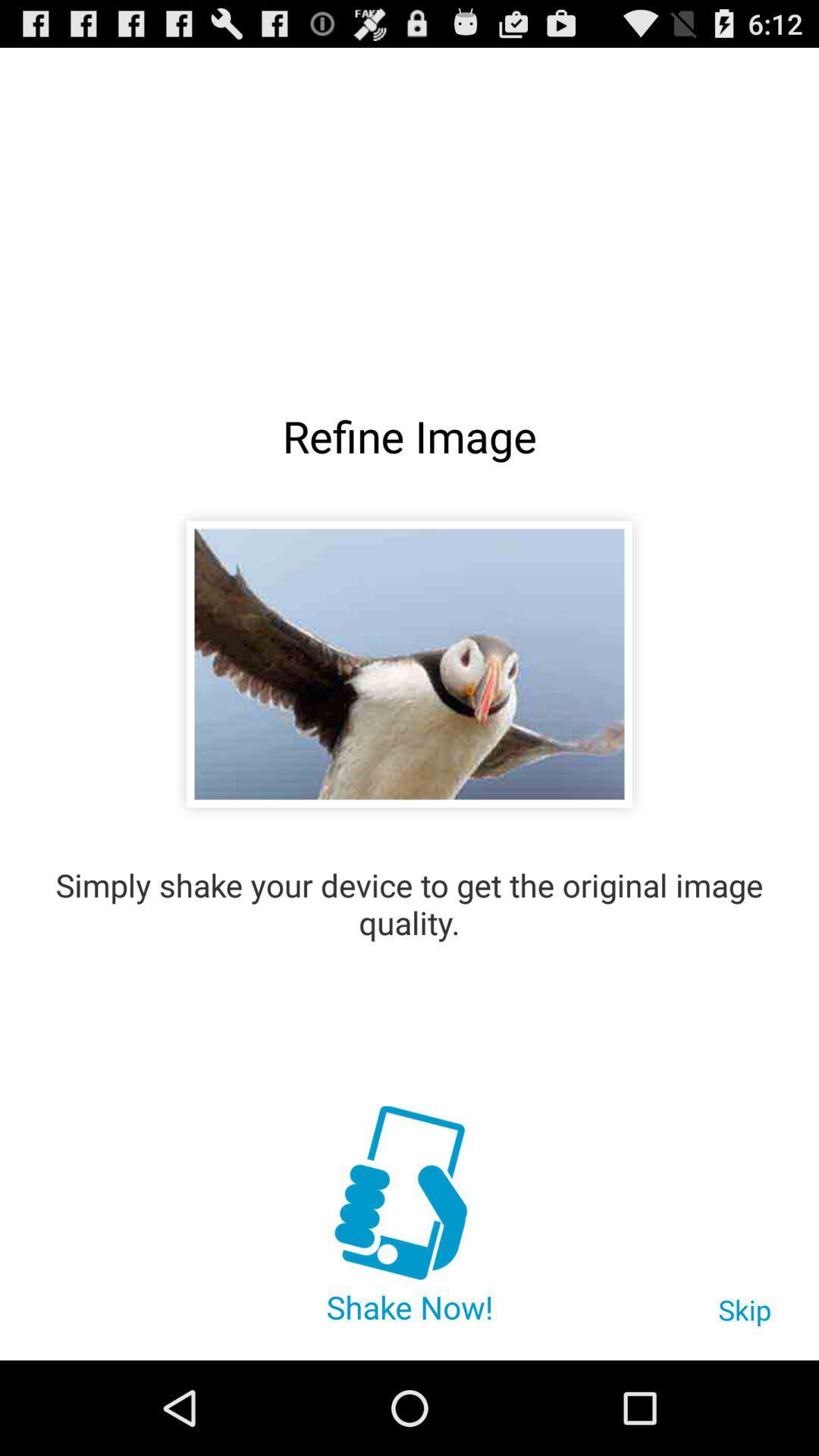  Describe the element at coordinates (408, 1194) in the screenshot. I see `item below the simply shake your app` at that location.